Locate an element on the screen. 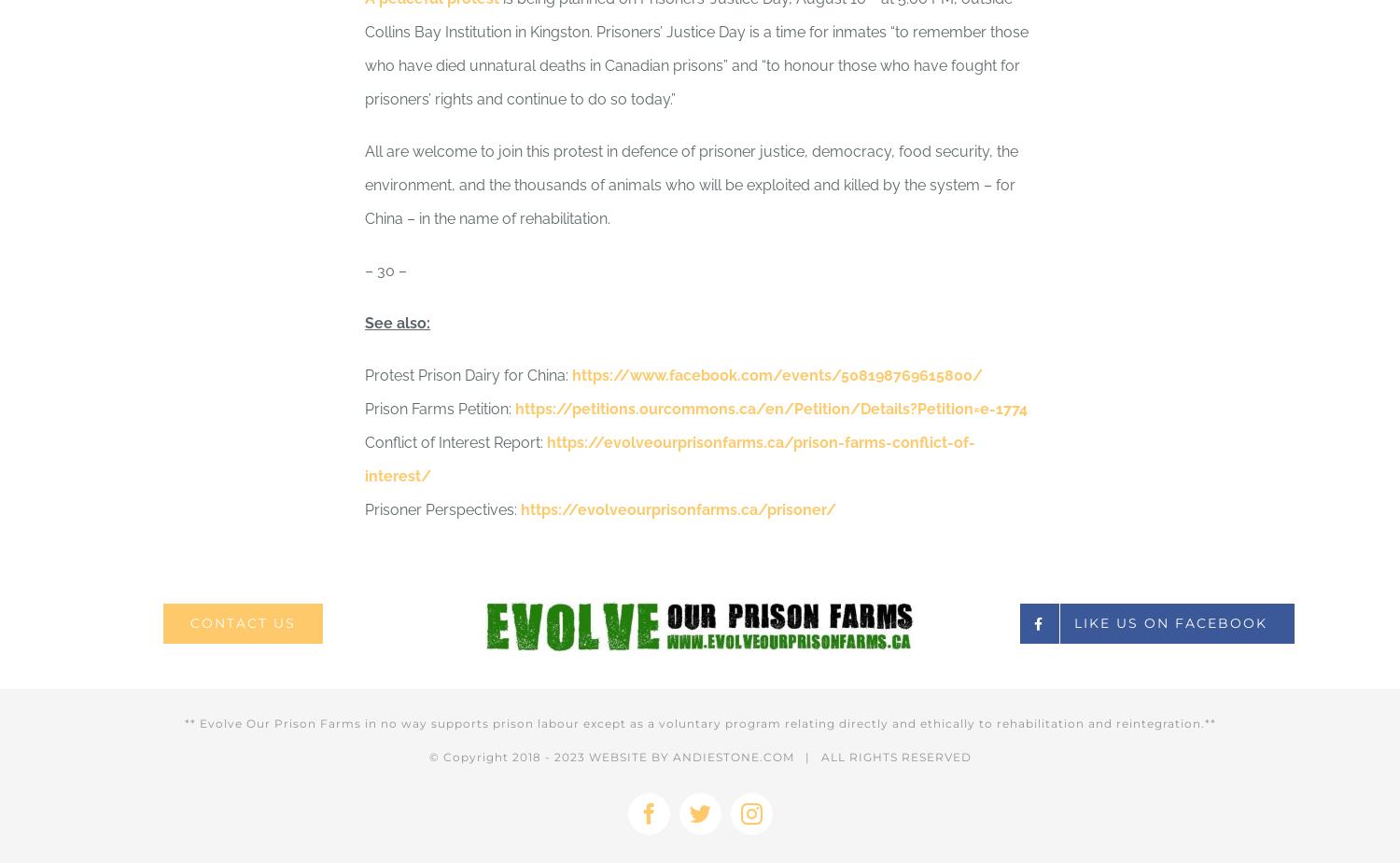 The height and width of the screenshot is (863, 1400). 'See also:' is located at coordinates (365, 322).